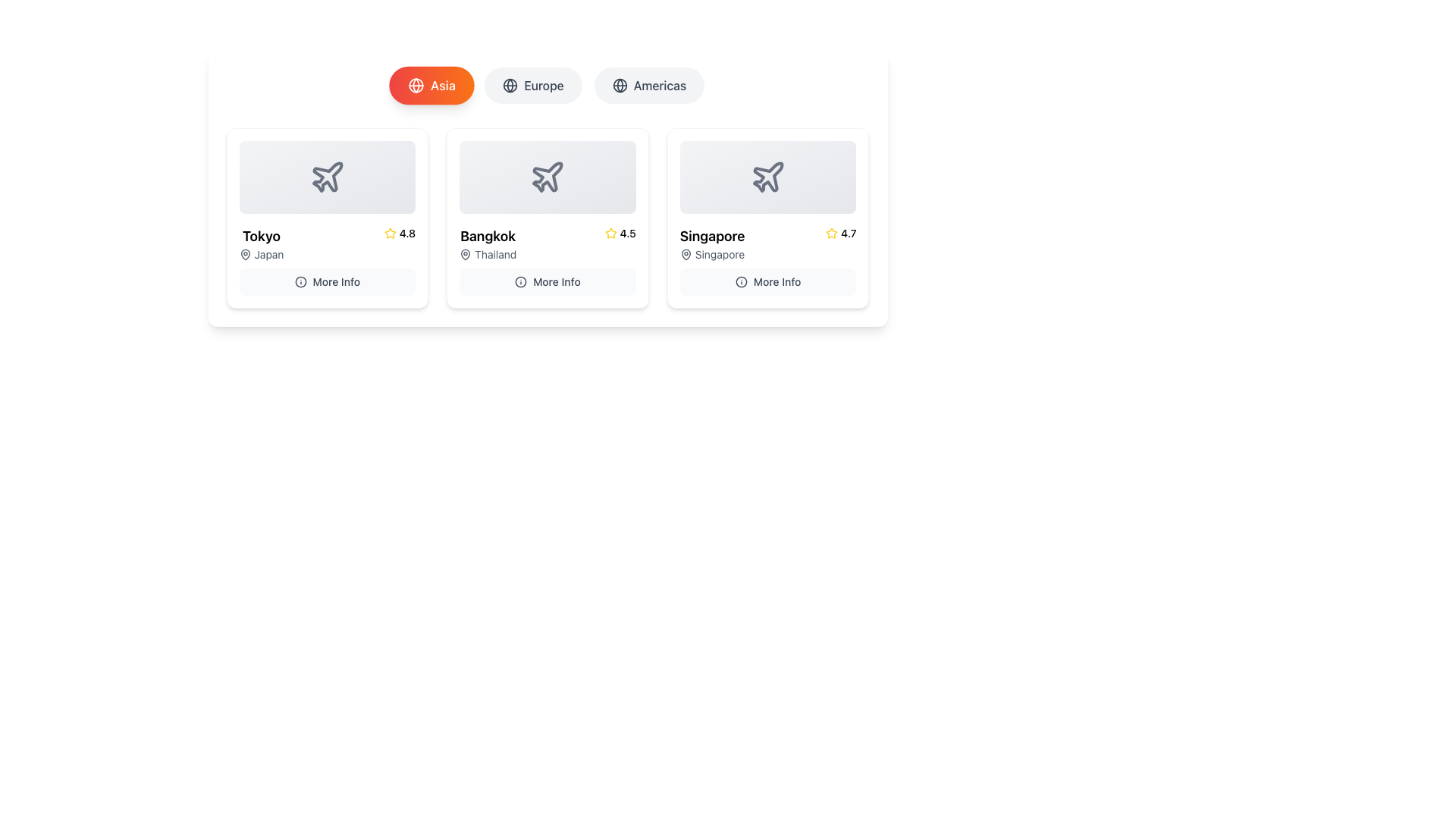  I want to click on text from the 'Americas' label, which is part of the menu header containing region names and is the third item in the sequence of tabs, so click(660, 85).